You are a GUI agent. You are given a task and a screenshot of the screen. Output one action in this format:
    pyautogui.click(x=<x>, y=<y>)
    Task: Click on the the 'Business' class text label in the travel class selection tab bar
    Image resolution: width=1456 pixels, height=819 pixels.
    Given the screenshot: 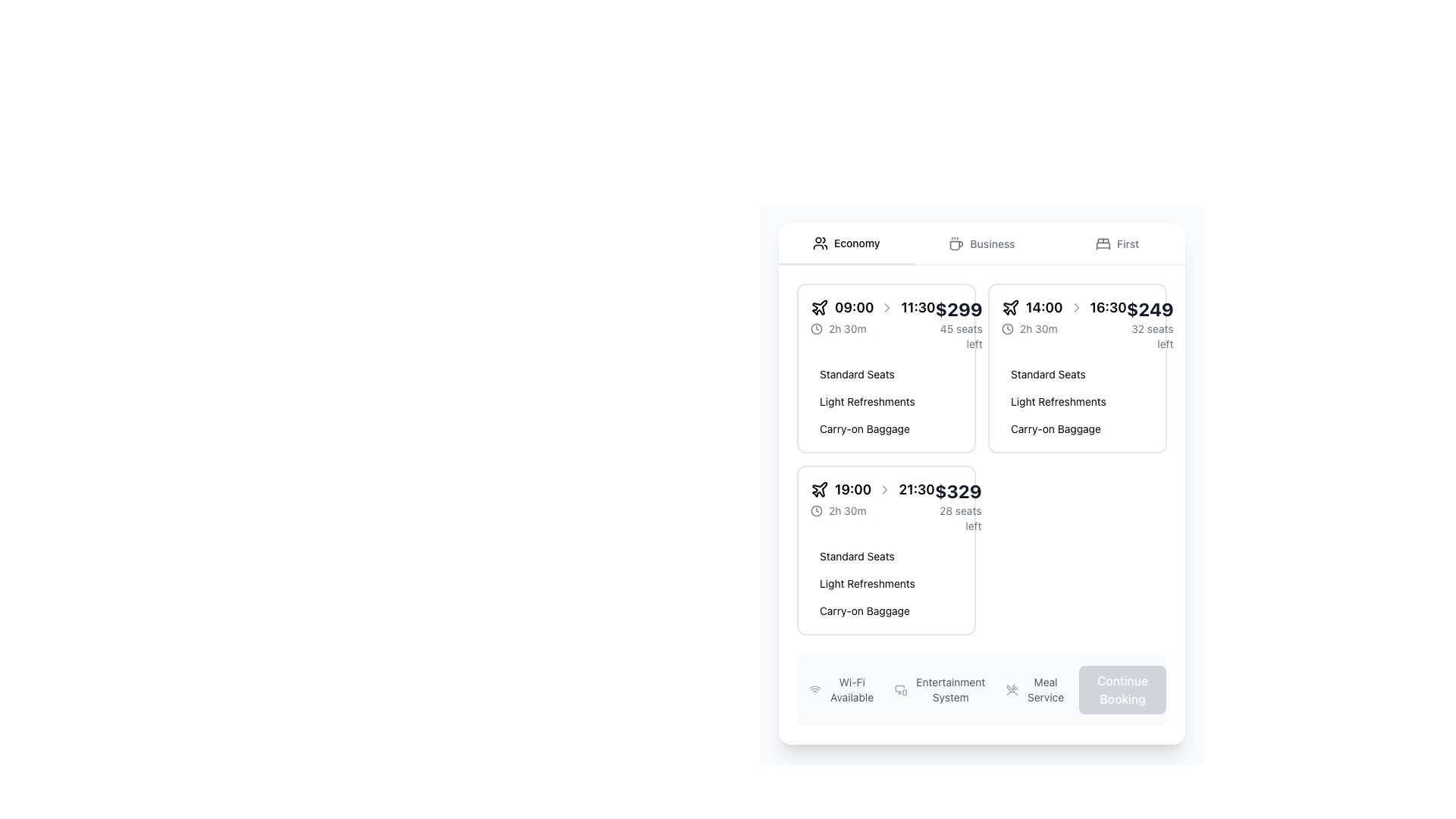 What is the action you would take?
    pyautogui.click(x=993, y=243)
    